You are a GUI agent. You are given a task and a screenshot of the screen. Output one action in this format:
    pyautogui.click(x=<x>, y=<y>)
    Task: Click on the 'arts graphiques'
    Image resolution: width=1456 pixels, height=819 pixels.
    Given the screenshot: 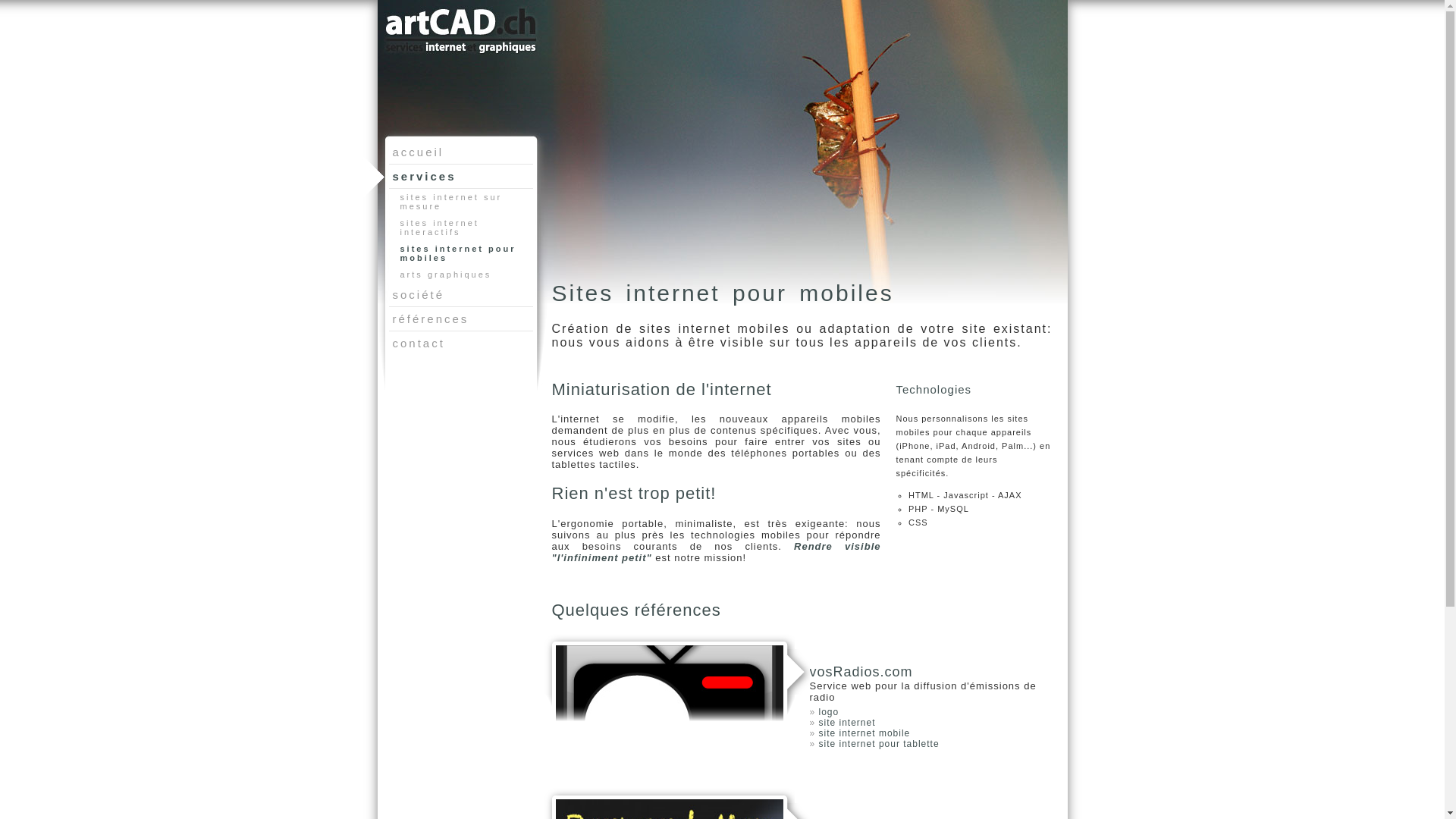 What is the action you would take?
    pyautogui.click(x=463, y=275)
    